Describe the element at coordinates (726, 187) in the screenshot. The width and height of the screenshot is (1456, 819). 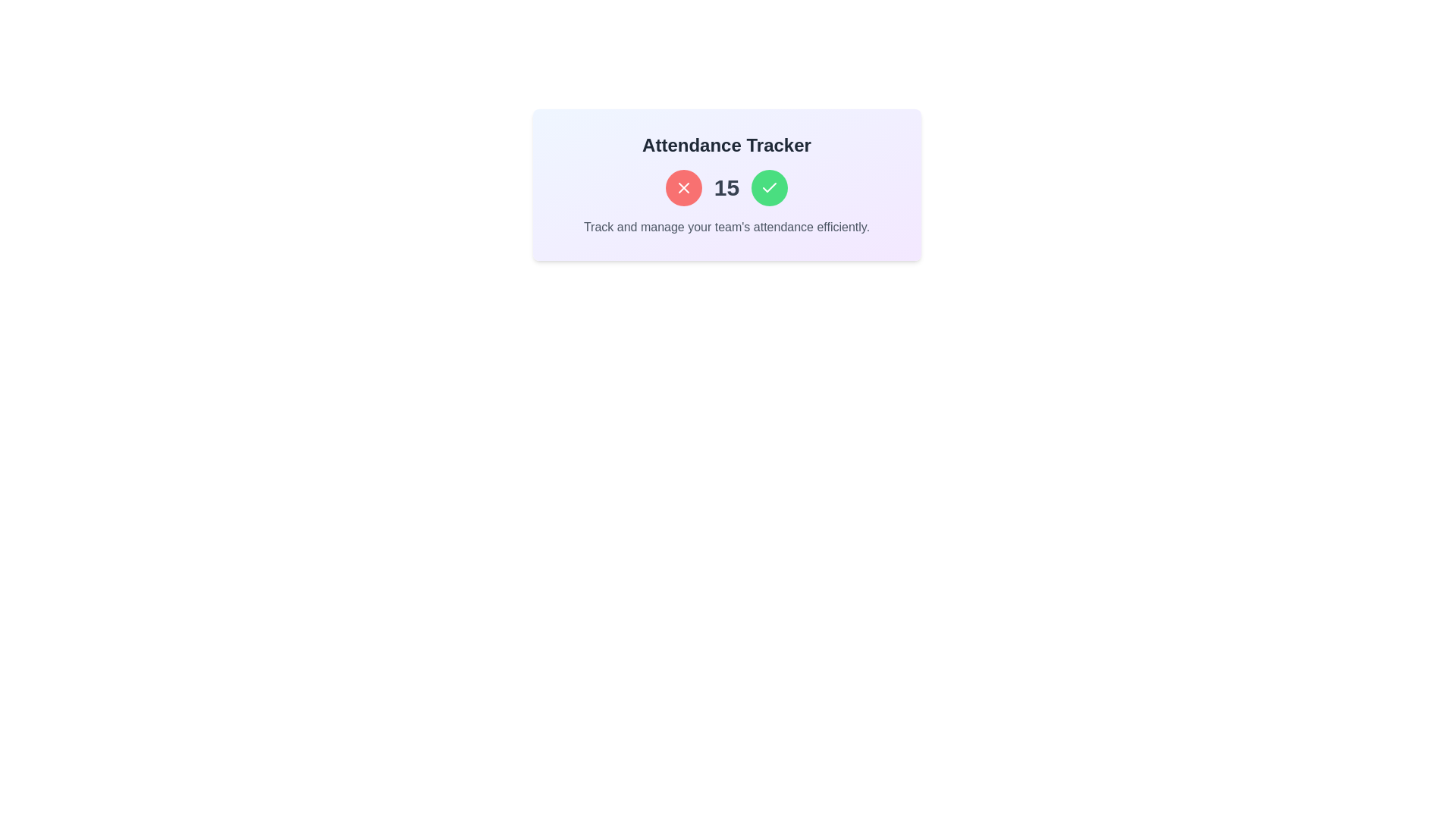
I see `the number '15' displayed in bold, dark gray text, which is centrally positioned in the 'Attendance Tracker' box, surrounded by circular buttons` at that location.